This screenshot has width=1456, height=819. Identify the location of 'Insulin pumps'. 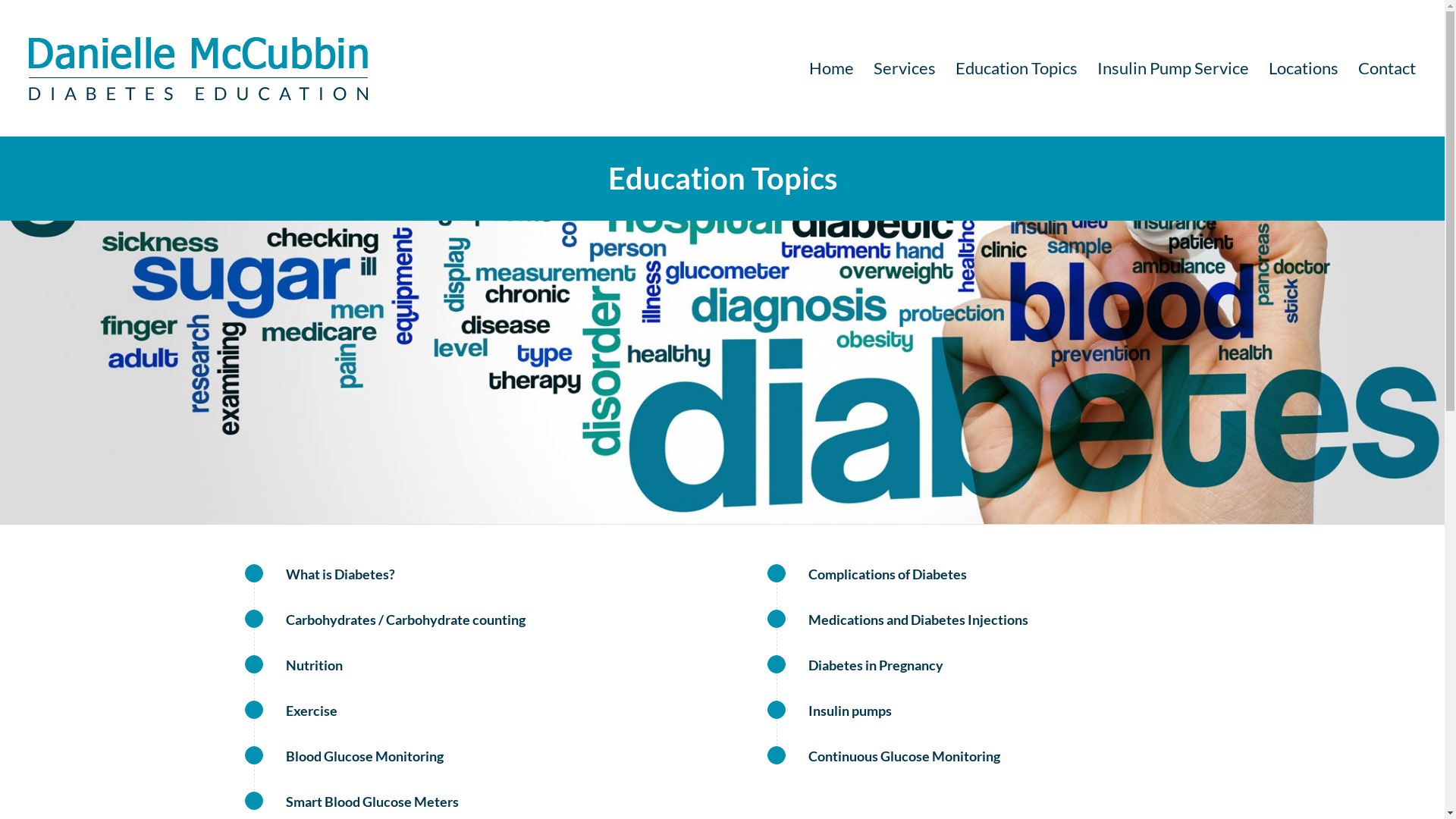
(776, 710).